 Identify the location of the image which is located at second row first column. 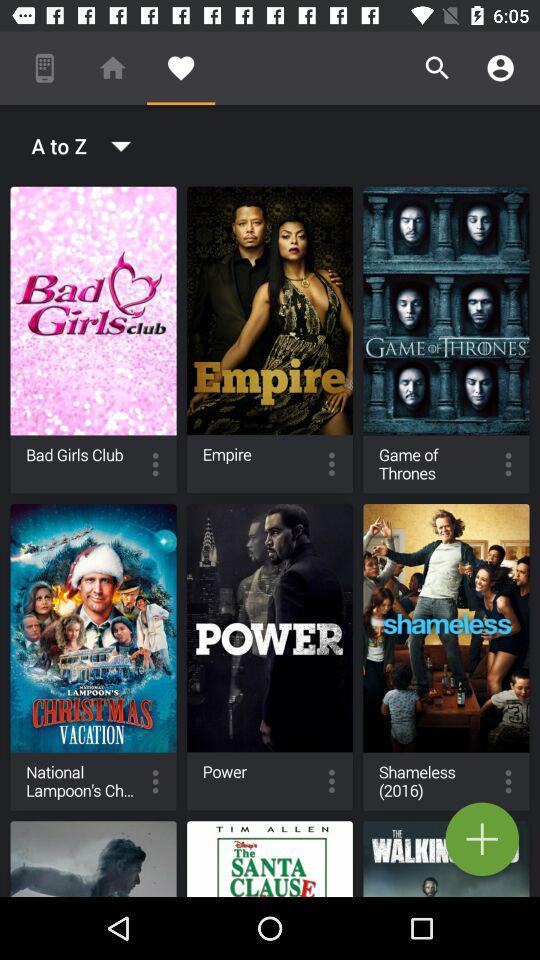
(93, 656).